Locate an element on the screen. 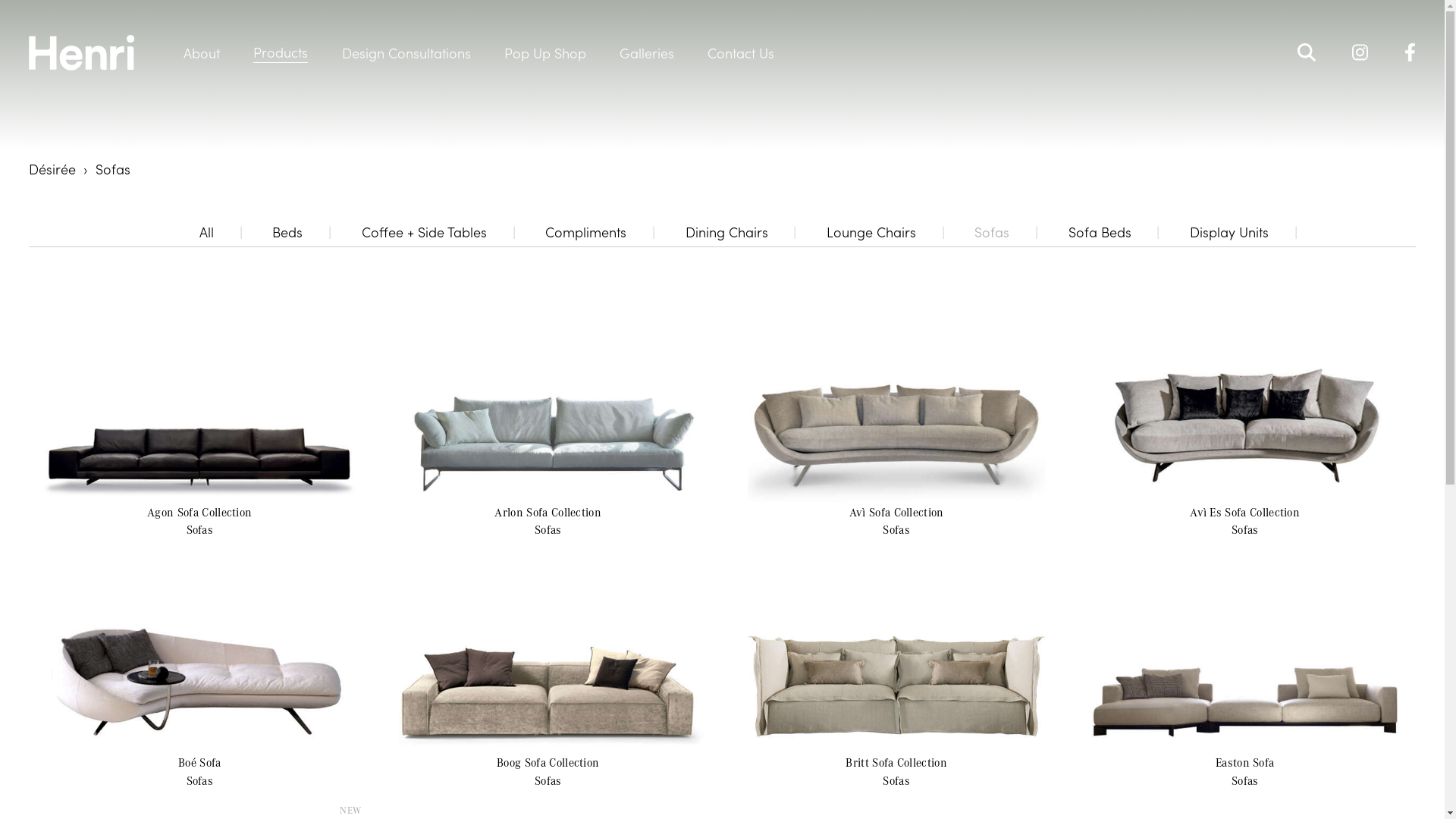  'Dining Chairs' is located at coordinates (726, 231).